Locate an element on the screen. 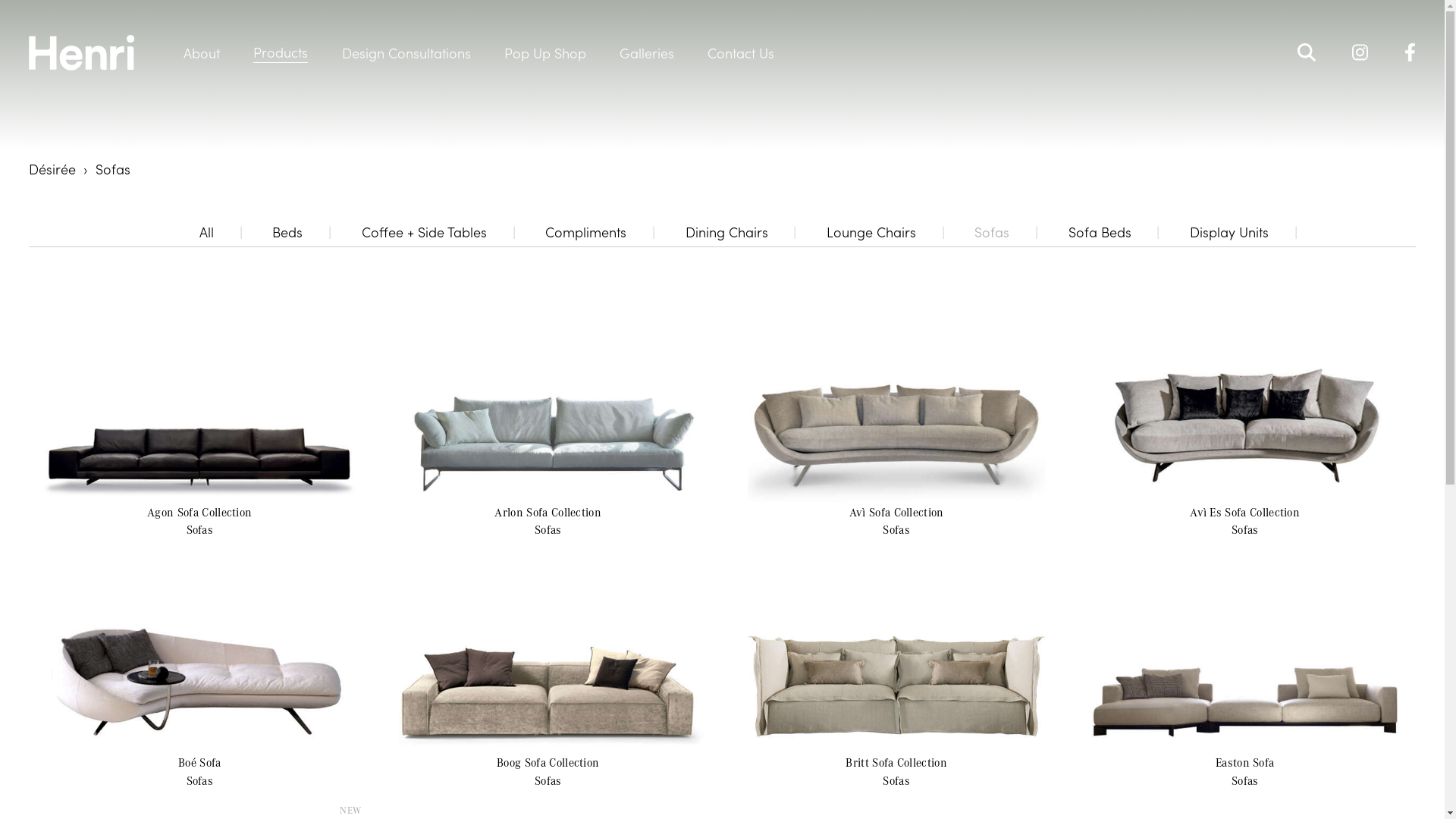  'Dining Chairs' is located at coordinates (726, 231).